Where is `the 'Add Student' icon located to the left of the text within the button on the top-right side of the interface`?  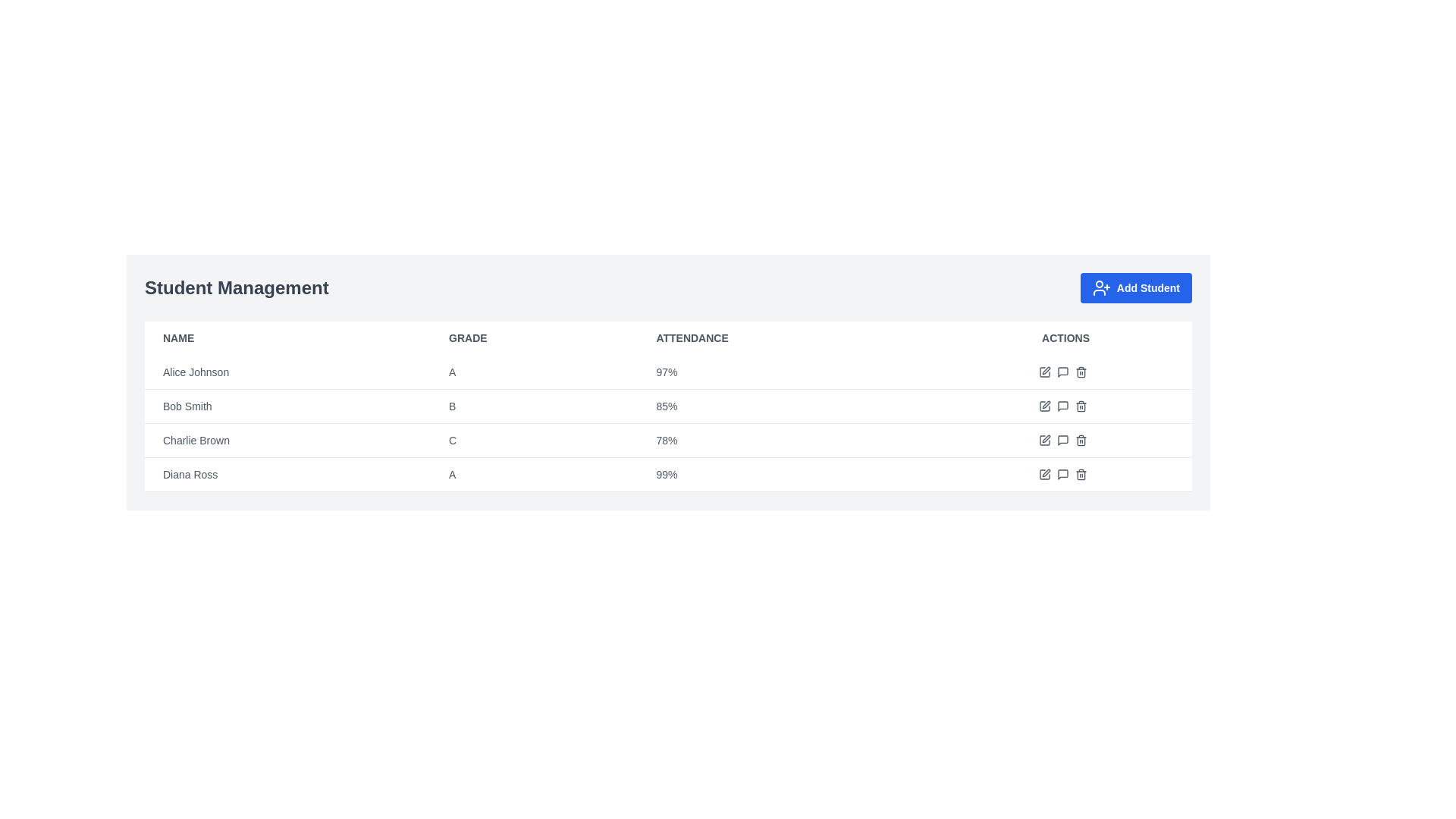
the 'Add Student' icon located to the left of the text within the button on the top-right side of the interface is located at coordinates (1101, 288).